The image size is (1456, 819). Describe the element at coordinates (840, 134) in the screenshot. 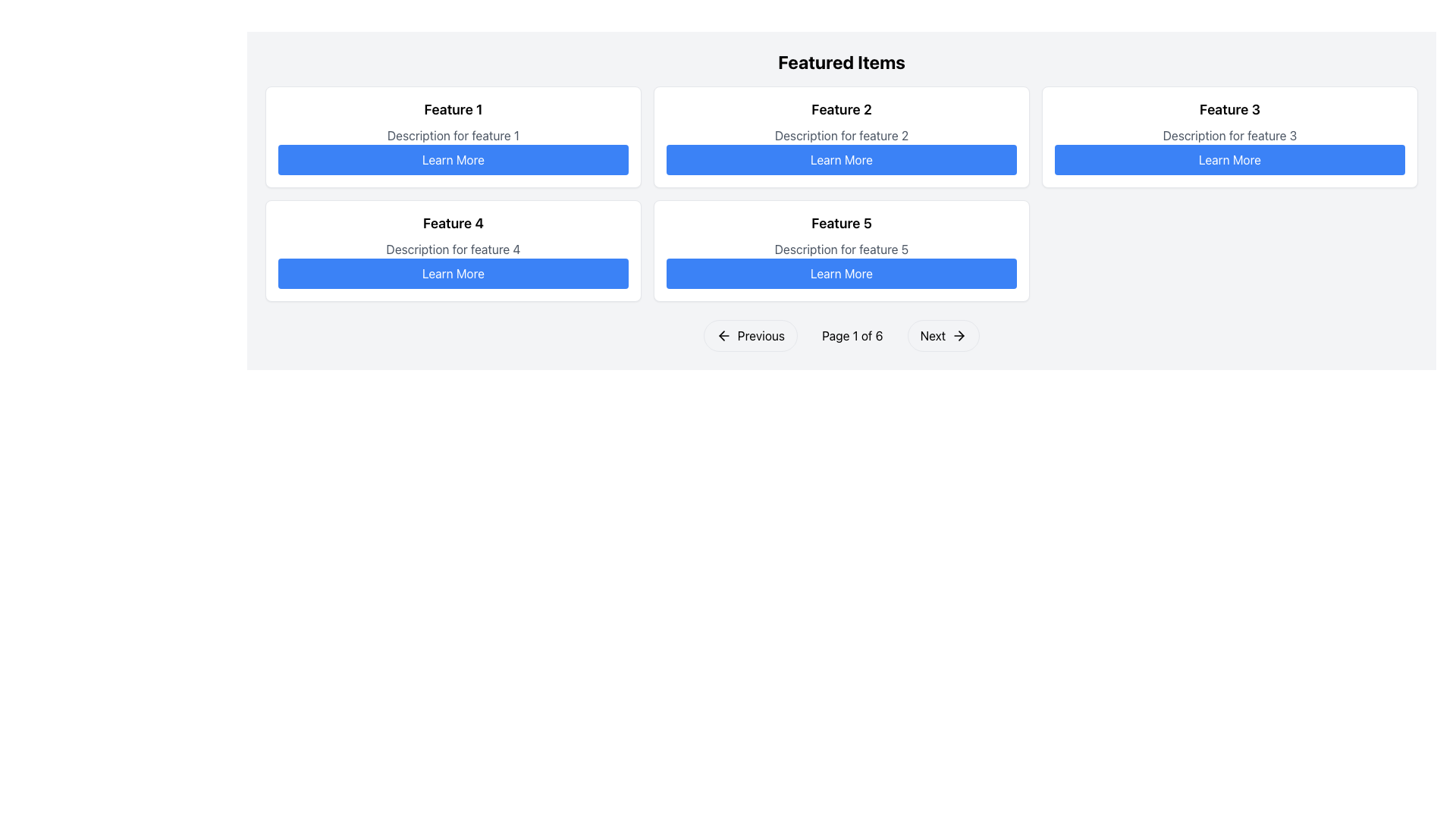

I see `the text label displaying 'Description for feature 2', which is located between the title 'Feature 2' and the 'Learn More' button` at that location.